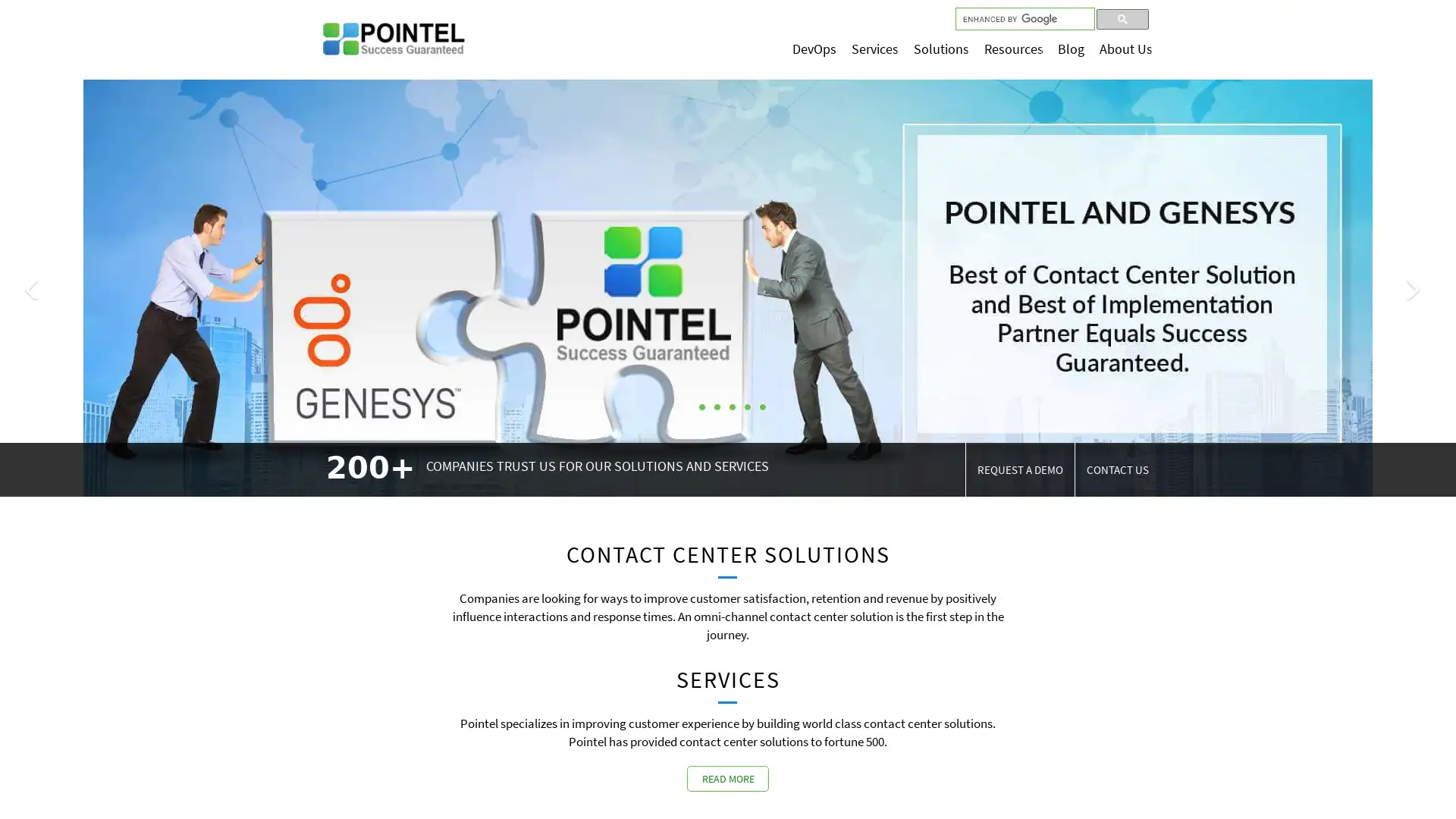 This screenshot has width=1456, height=819. Describe the element at coordinates (1122, 18) in the screenshot. I see `search` at that location.